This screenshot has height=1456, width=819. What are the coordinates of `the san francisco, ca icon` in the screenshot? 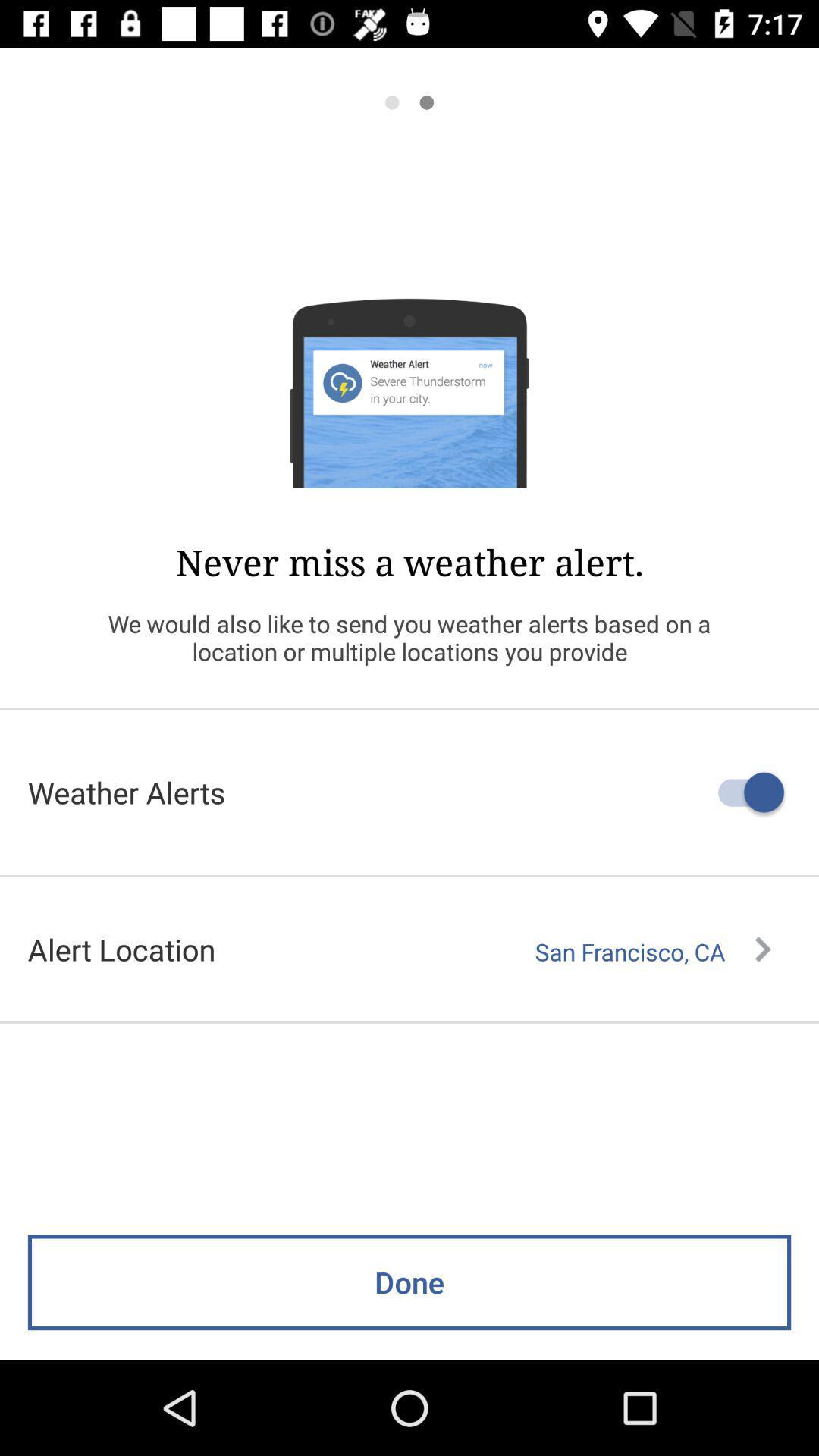 It's located at (652, 951).